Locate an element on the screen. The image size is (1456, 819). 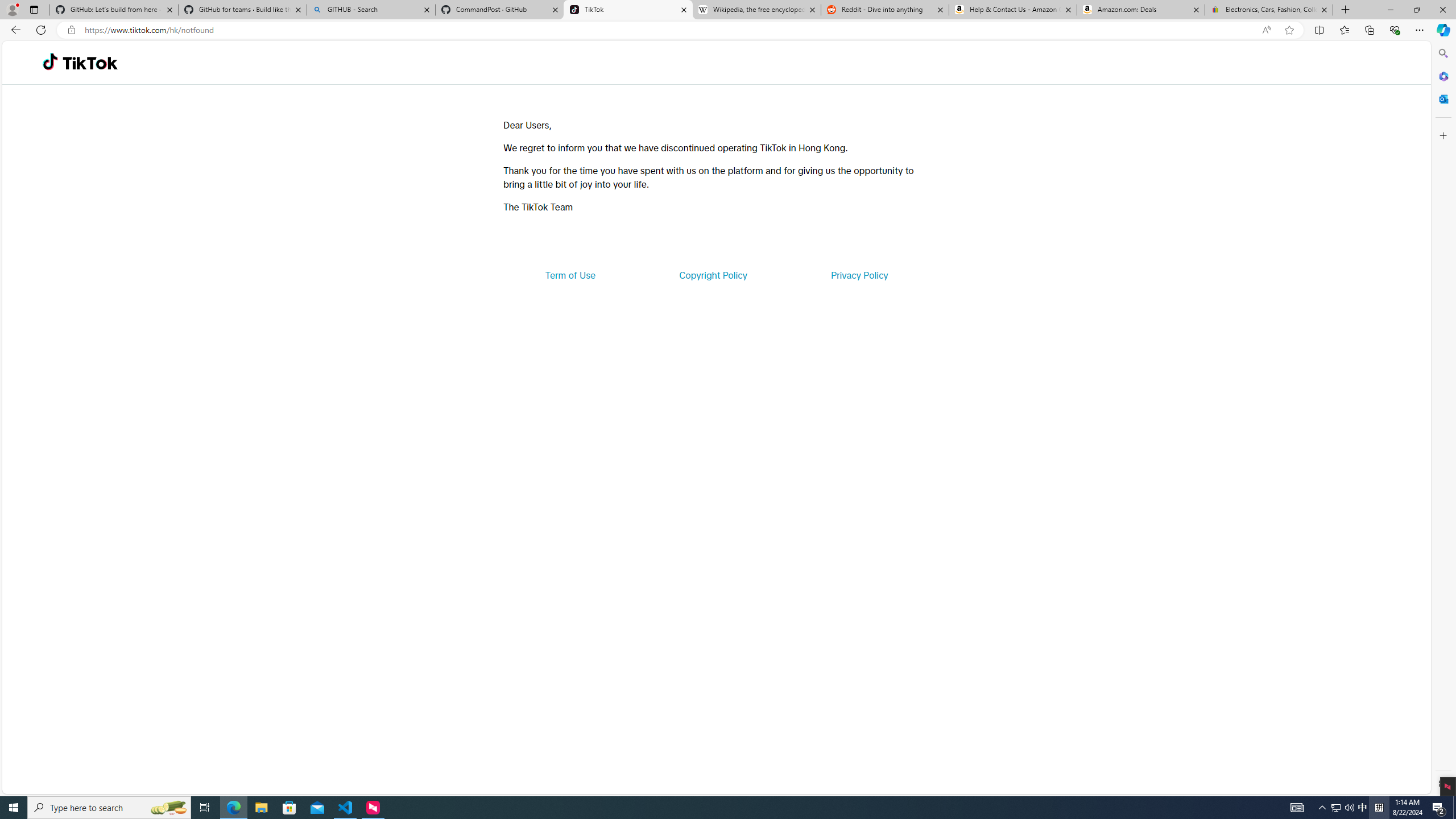
'Electronics, Cars, Fashion, Collectibles & More | eBay' is located at coordinates (1268, 9).